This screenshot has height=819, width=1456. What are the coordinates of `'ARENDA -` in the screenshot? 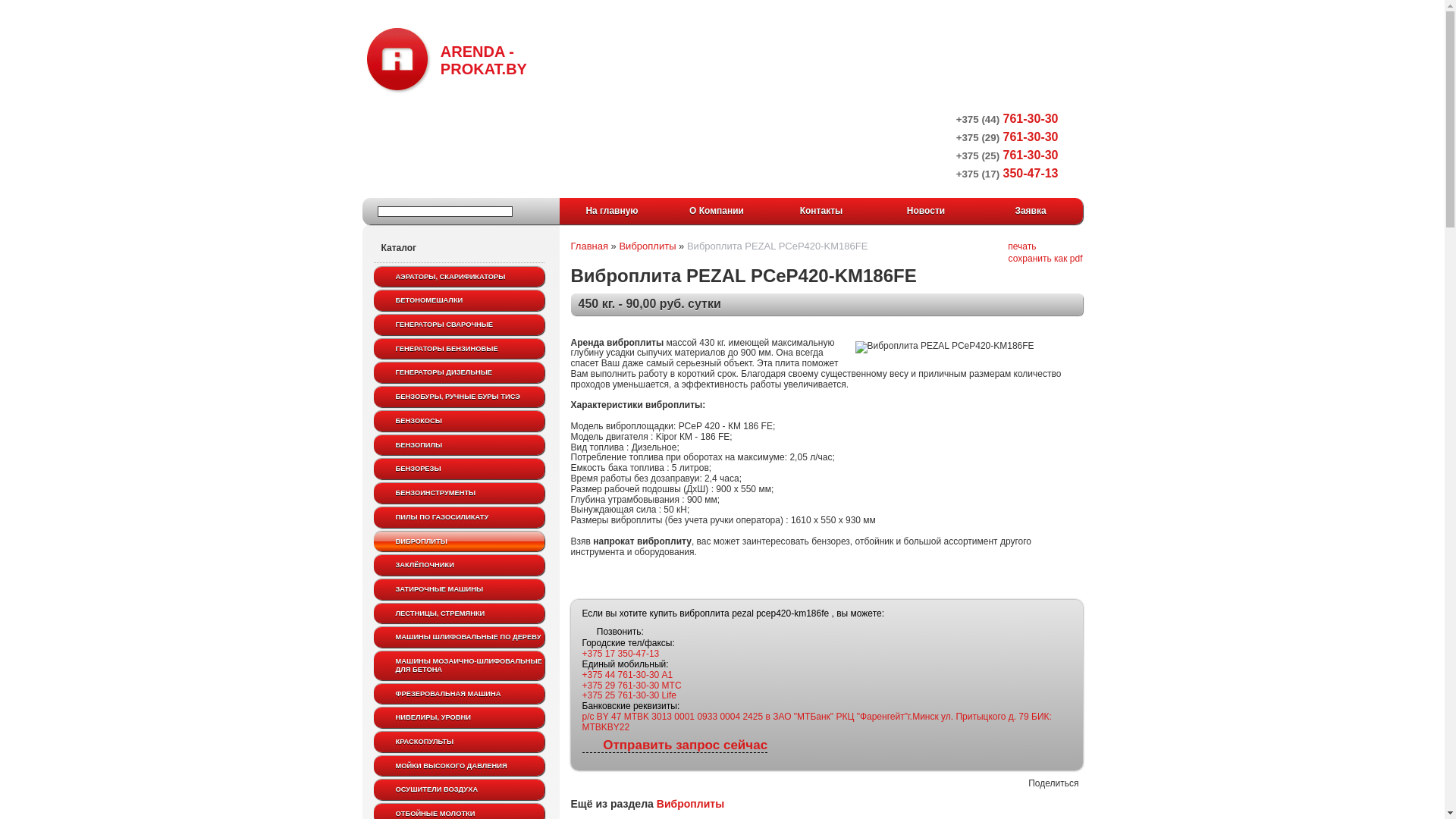 It's located at (445, 58).